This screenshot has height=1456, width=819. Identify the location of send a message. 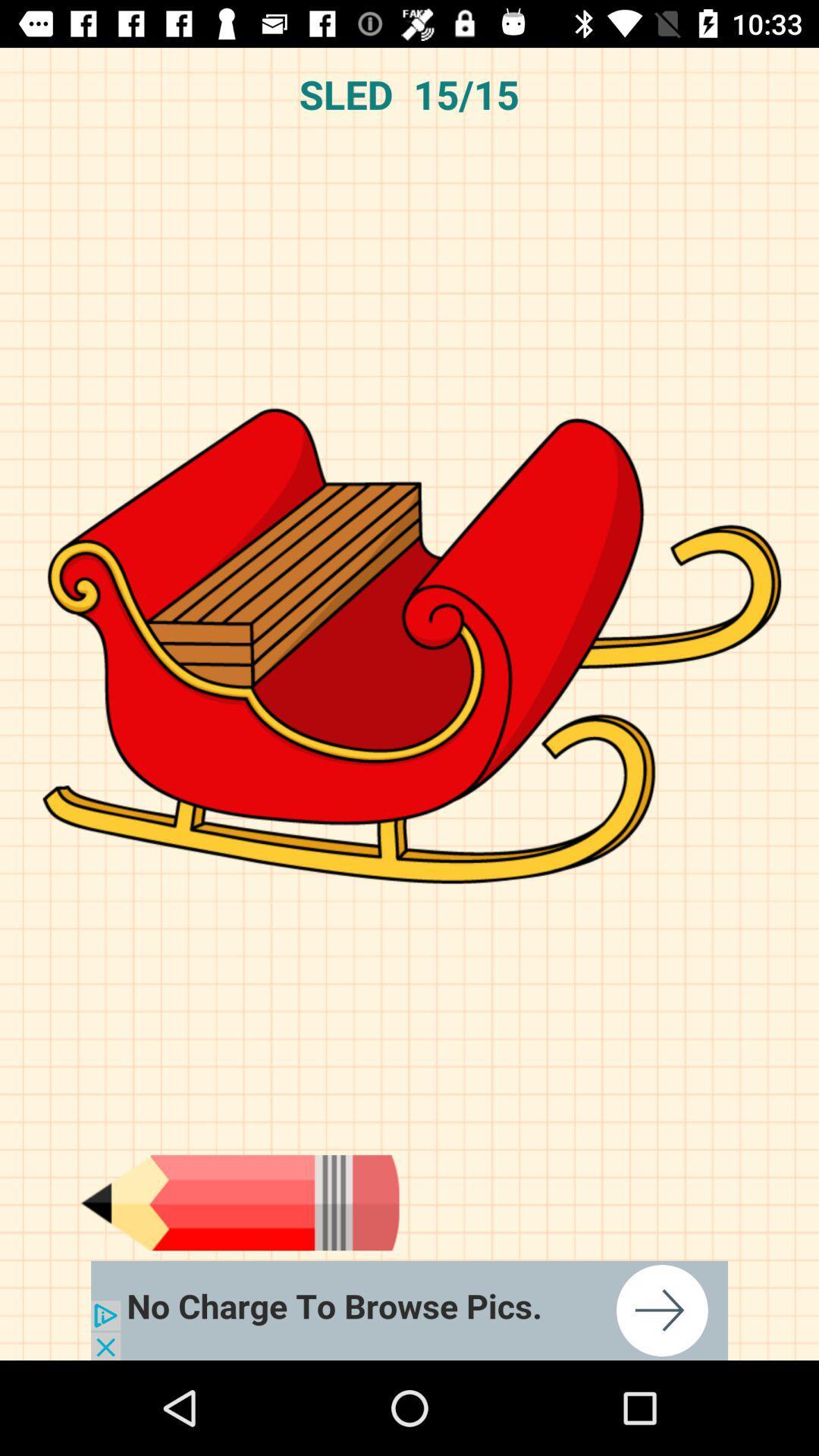
(239, 1202).